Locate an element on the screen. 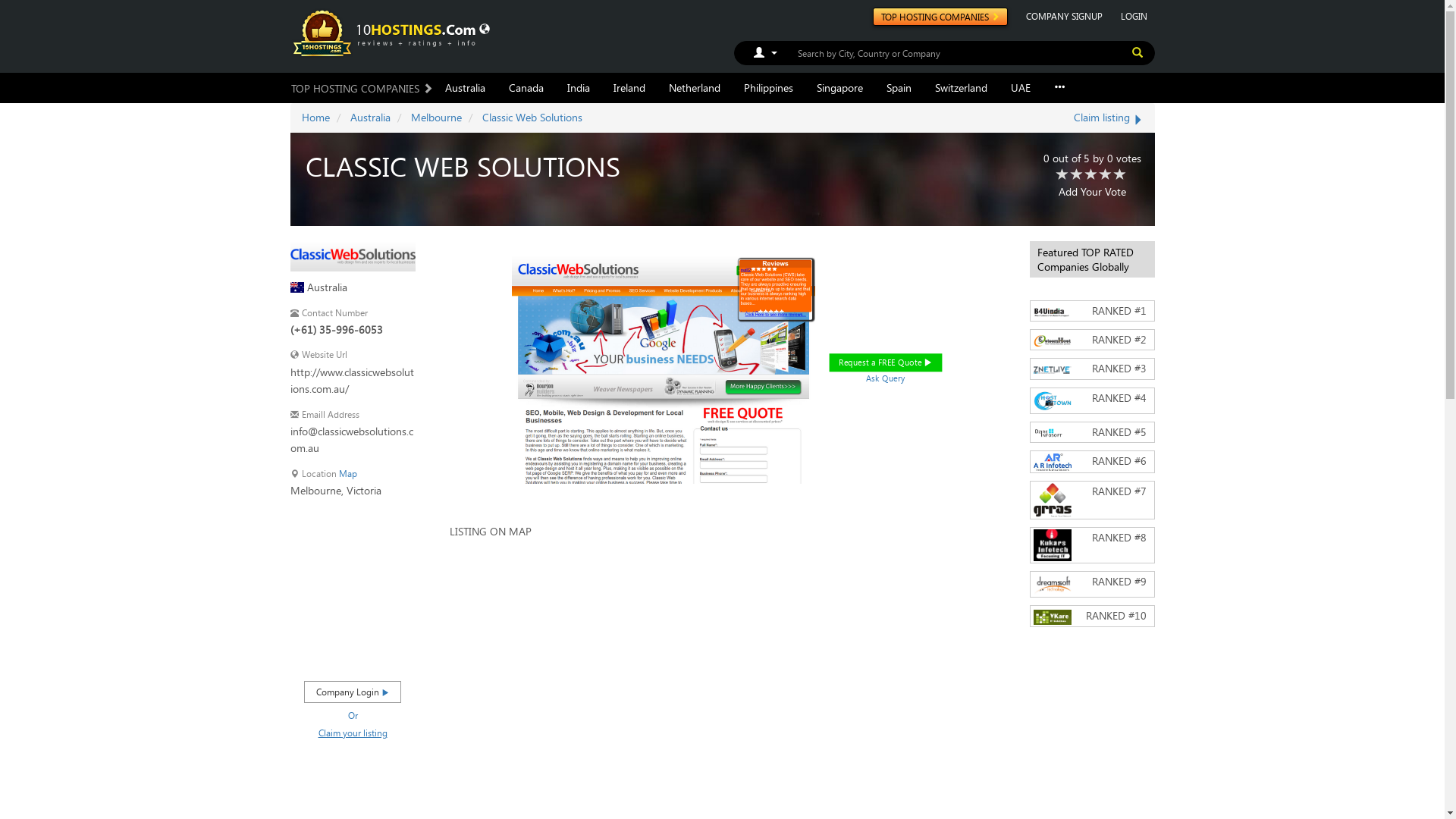 Image resolution: width=1456 pixels, height=819 pixels. 'RANKED #9' is located at coordinates (1092, 583).